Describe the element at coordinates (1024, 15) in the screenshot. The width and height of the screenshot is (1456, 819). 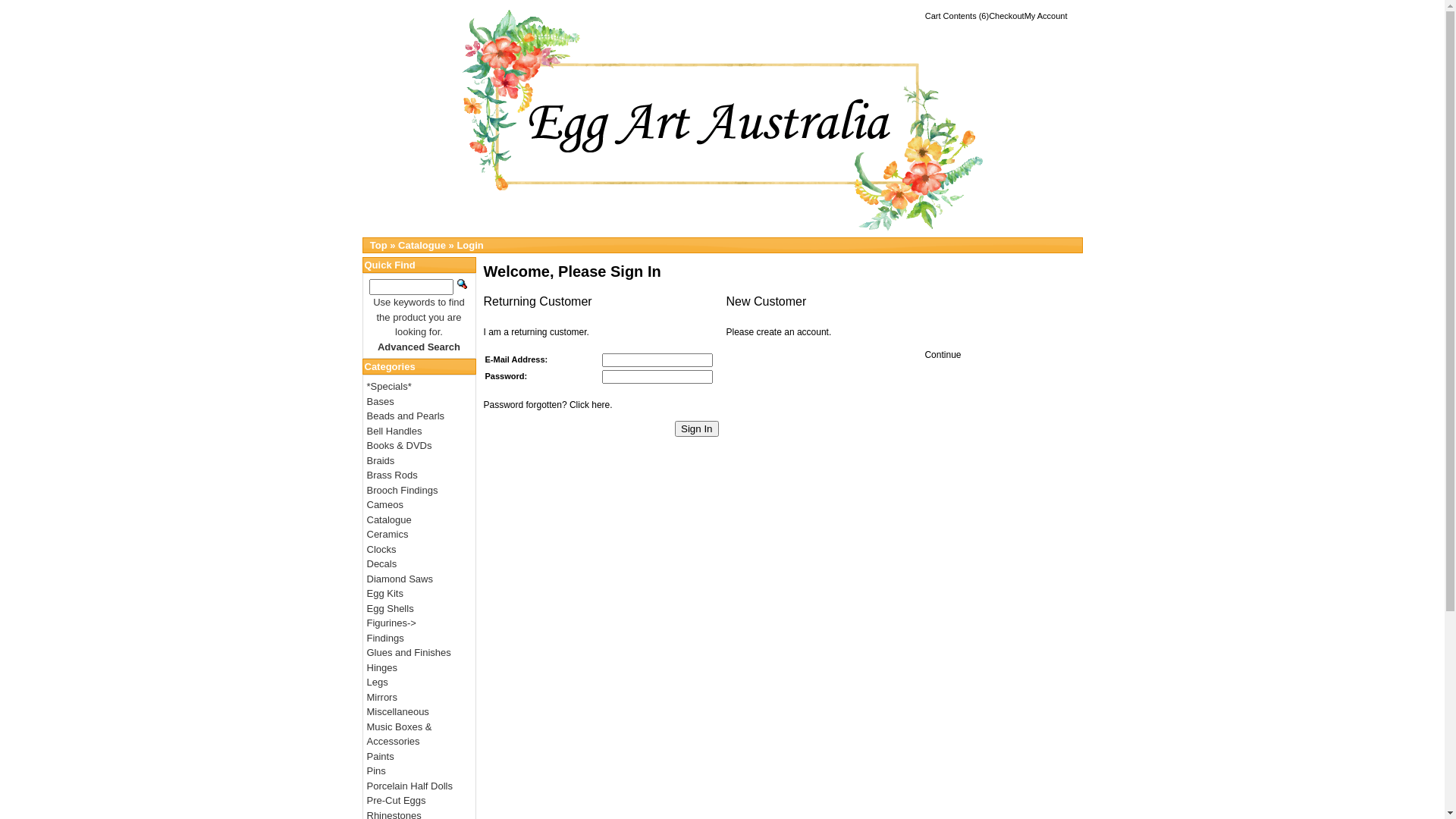
I see `'My Account'` at that location.